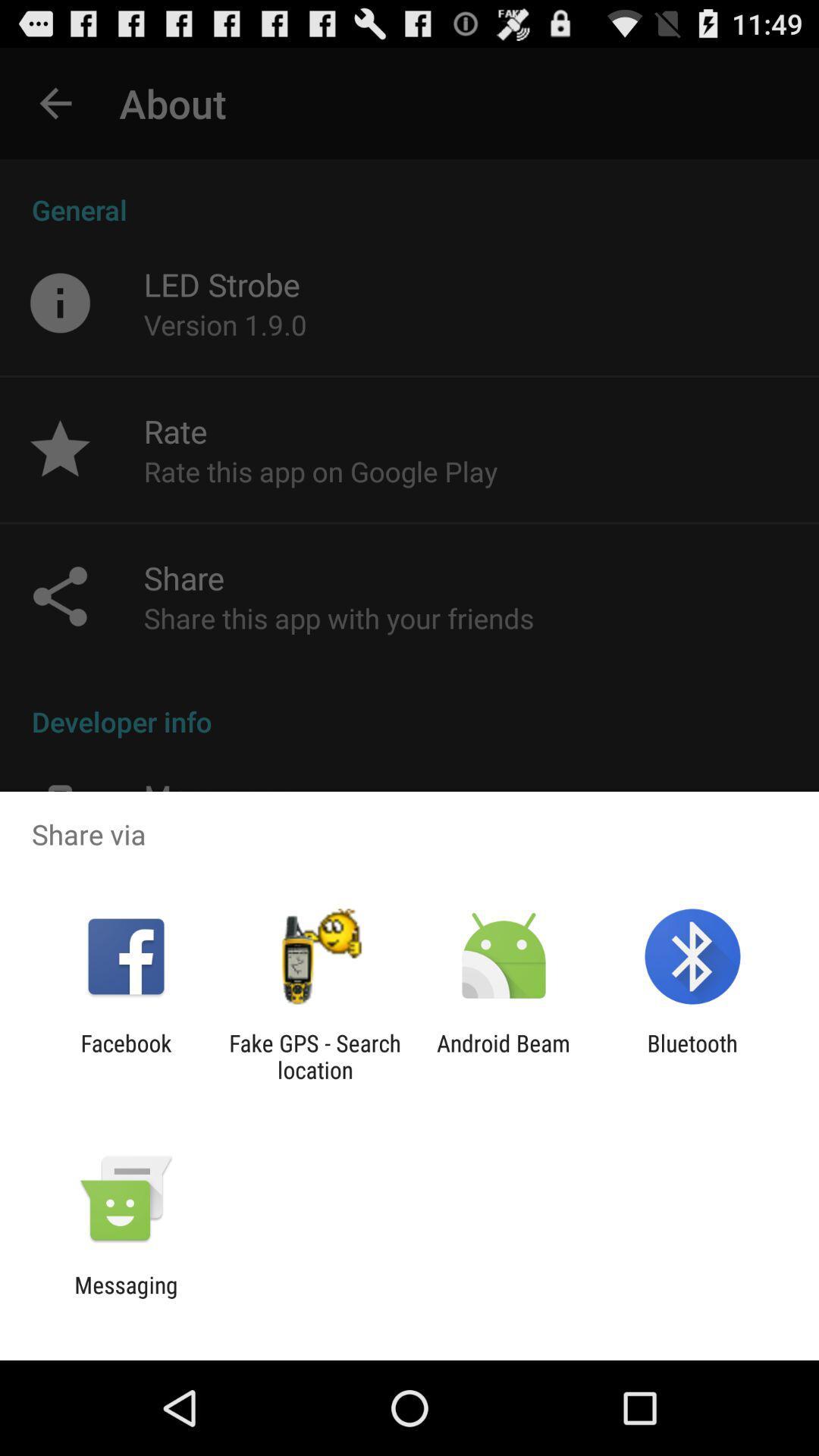 The image size is (819, 1456). I want to click on the fake gps search app, so click(314, 1056).